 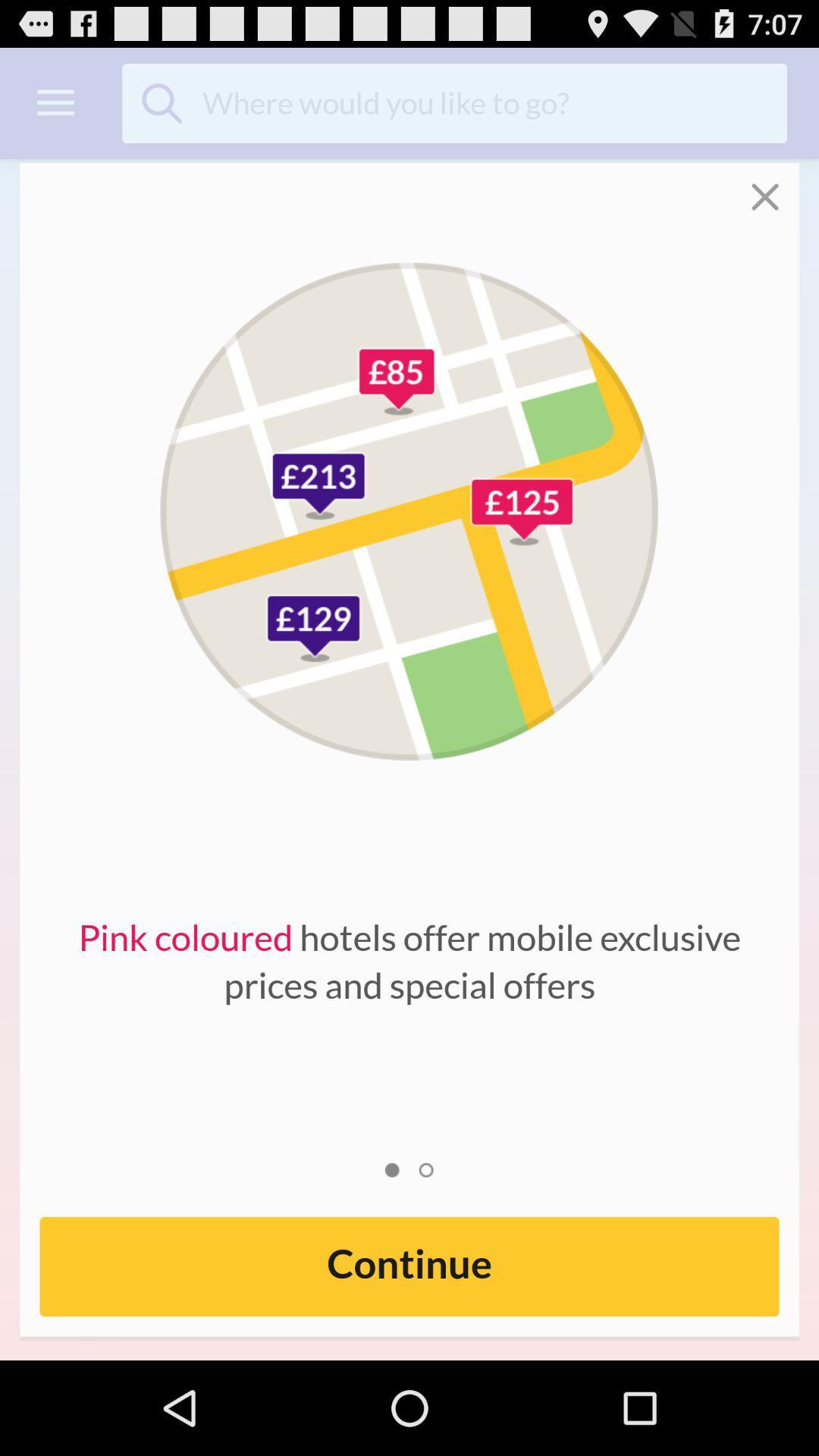 What do you see at coordinates (775, 186) in the screenshot?
I see `popup notification` at bounding box center [775, 186].